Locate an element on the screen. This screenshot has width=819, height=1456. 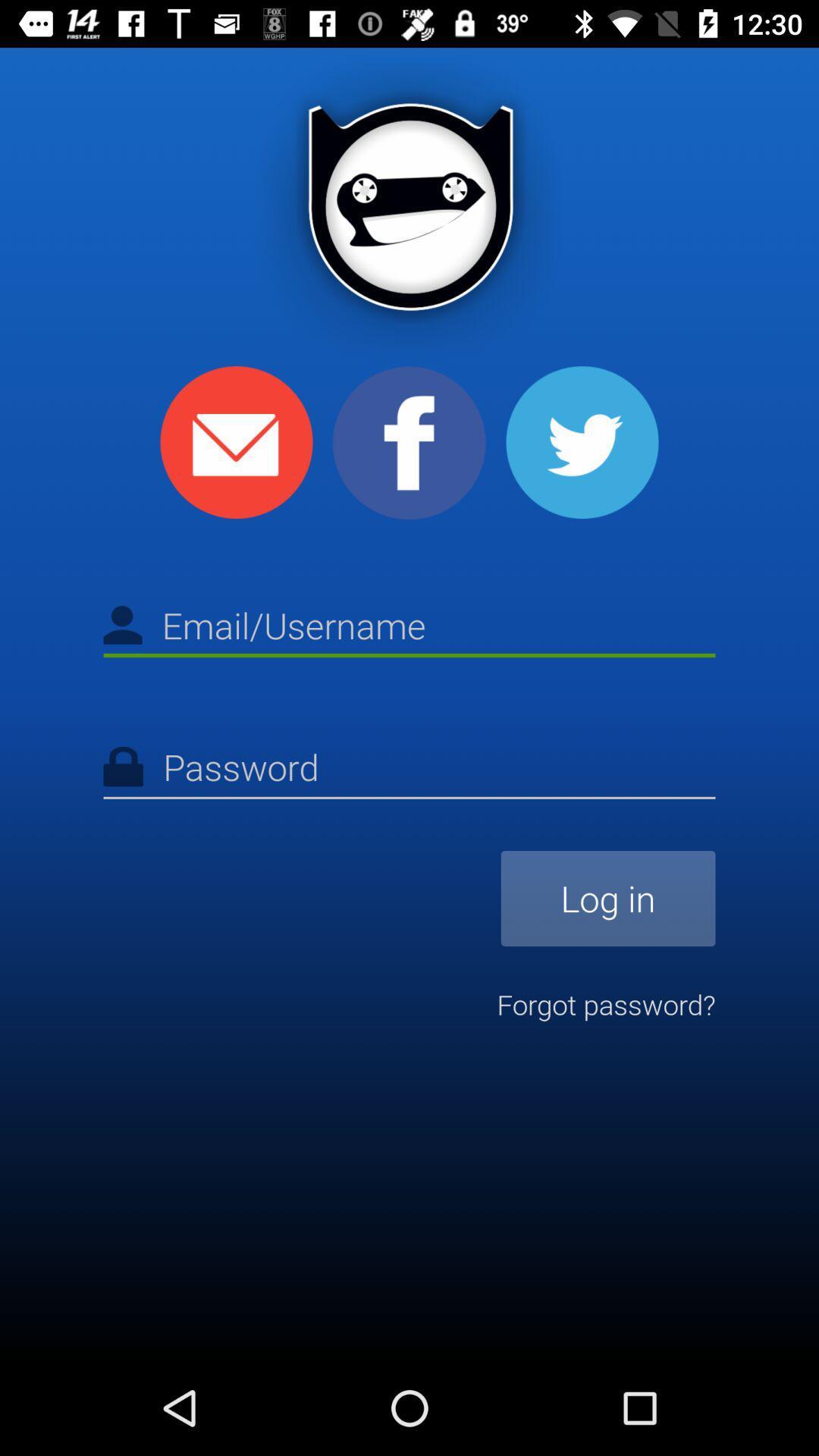
share to facebook is located at coordinates (409, 442).